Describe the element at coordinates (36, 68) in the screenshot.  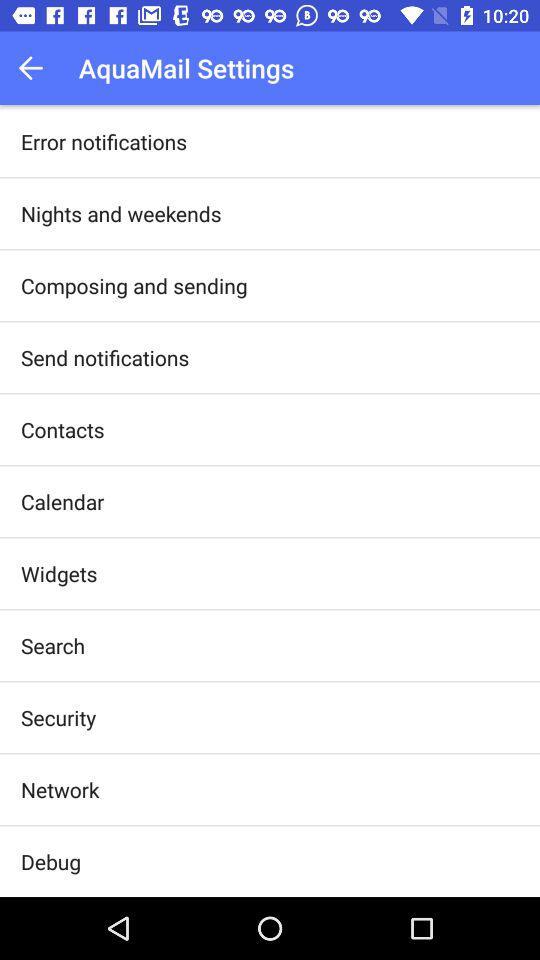
I see `the app to the left of the aquamail settings app` at that location.